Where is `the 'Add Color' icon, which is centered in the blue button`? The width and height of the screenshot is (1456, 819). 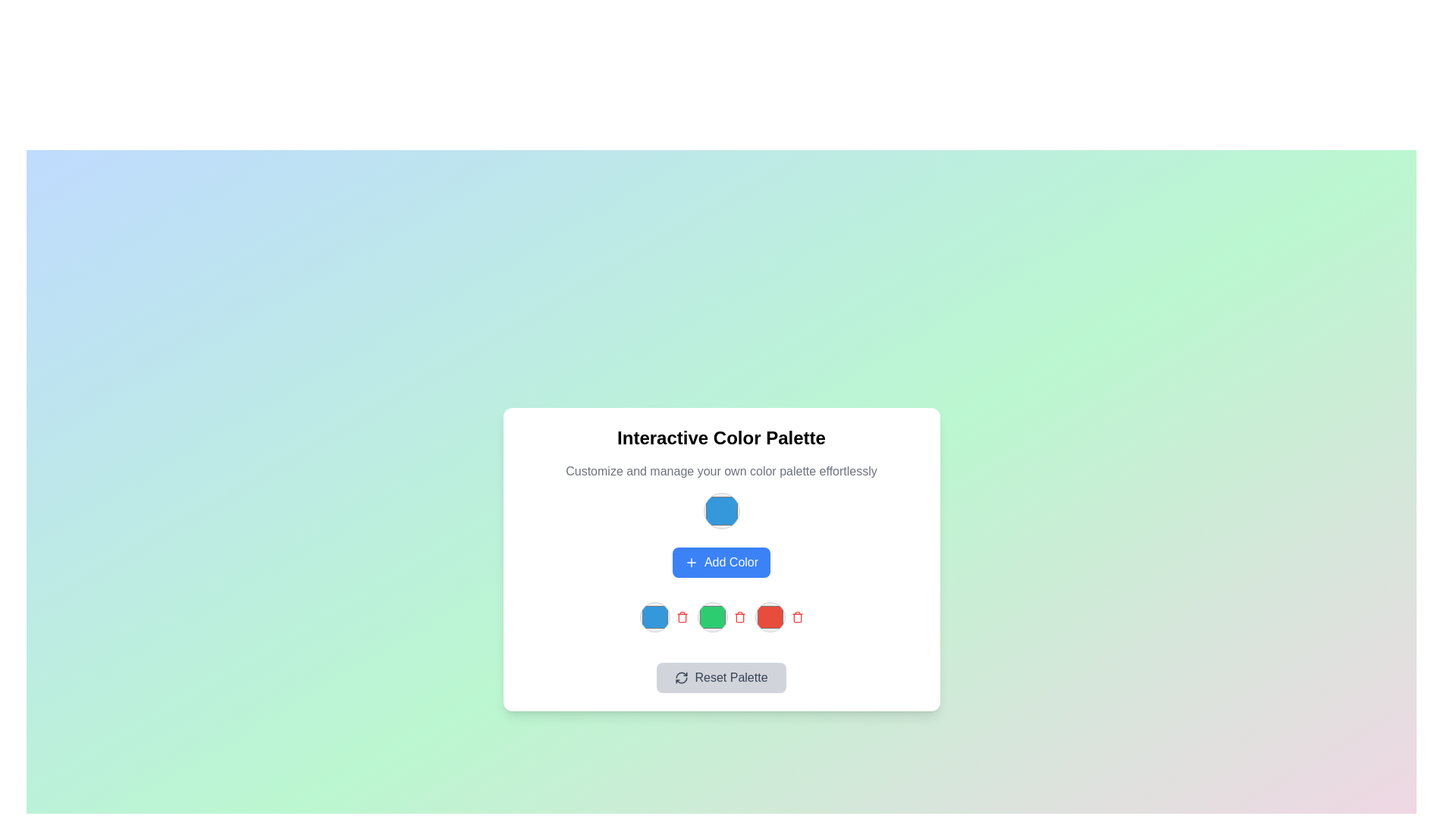 the 'Add Color' icon, which is centered in the blue button is located at coordinates (691, 562).